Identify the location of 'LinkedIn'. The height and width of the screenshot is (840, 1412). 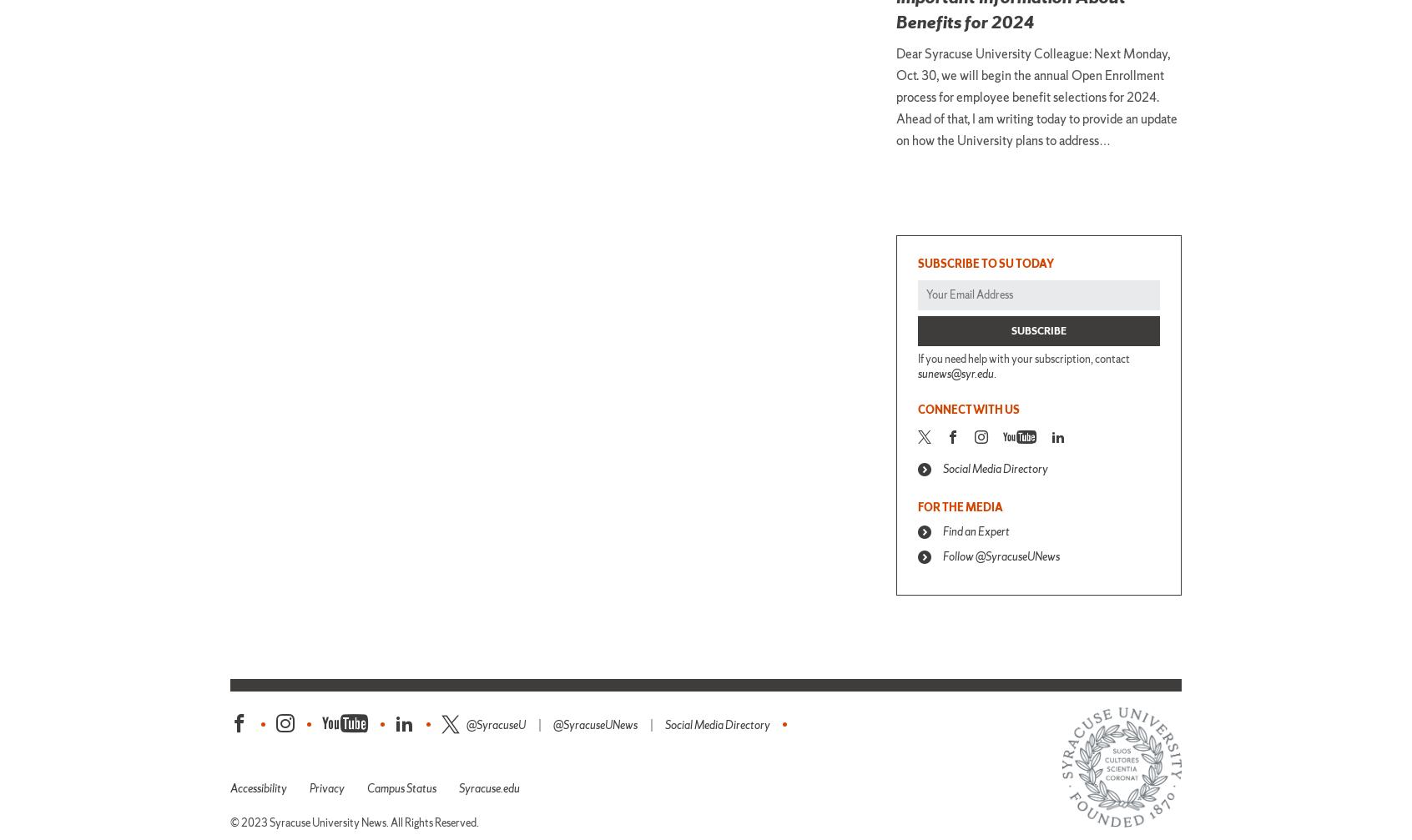
(431, 722).